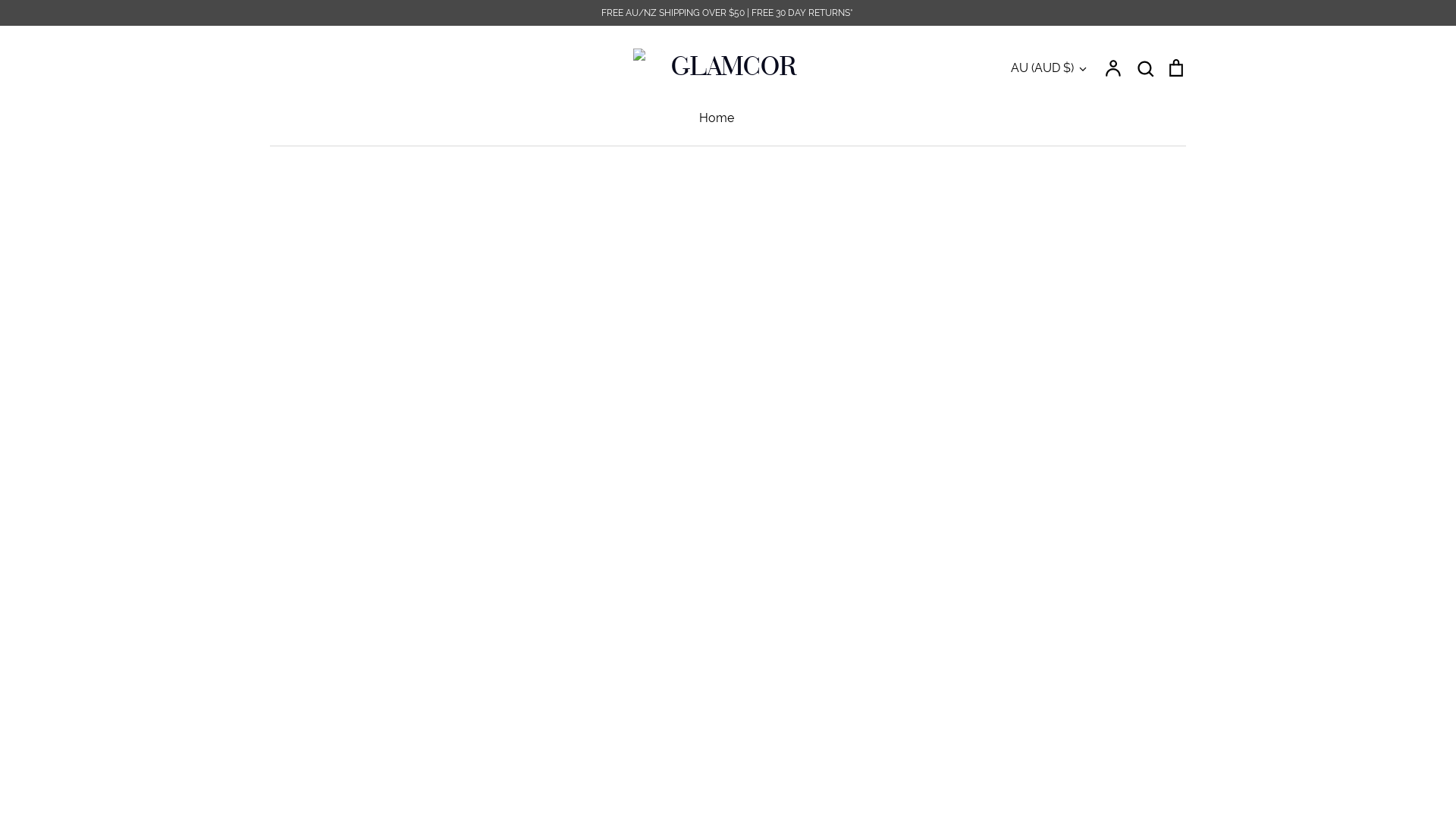  Describe the element at coordinates (1103, 66) in the screenshot. I see `'Account'` at that location.